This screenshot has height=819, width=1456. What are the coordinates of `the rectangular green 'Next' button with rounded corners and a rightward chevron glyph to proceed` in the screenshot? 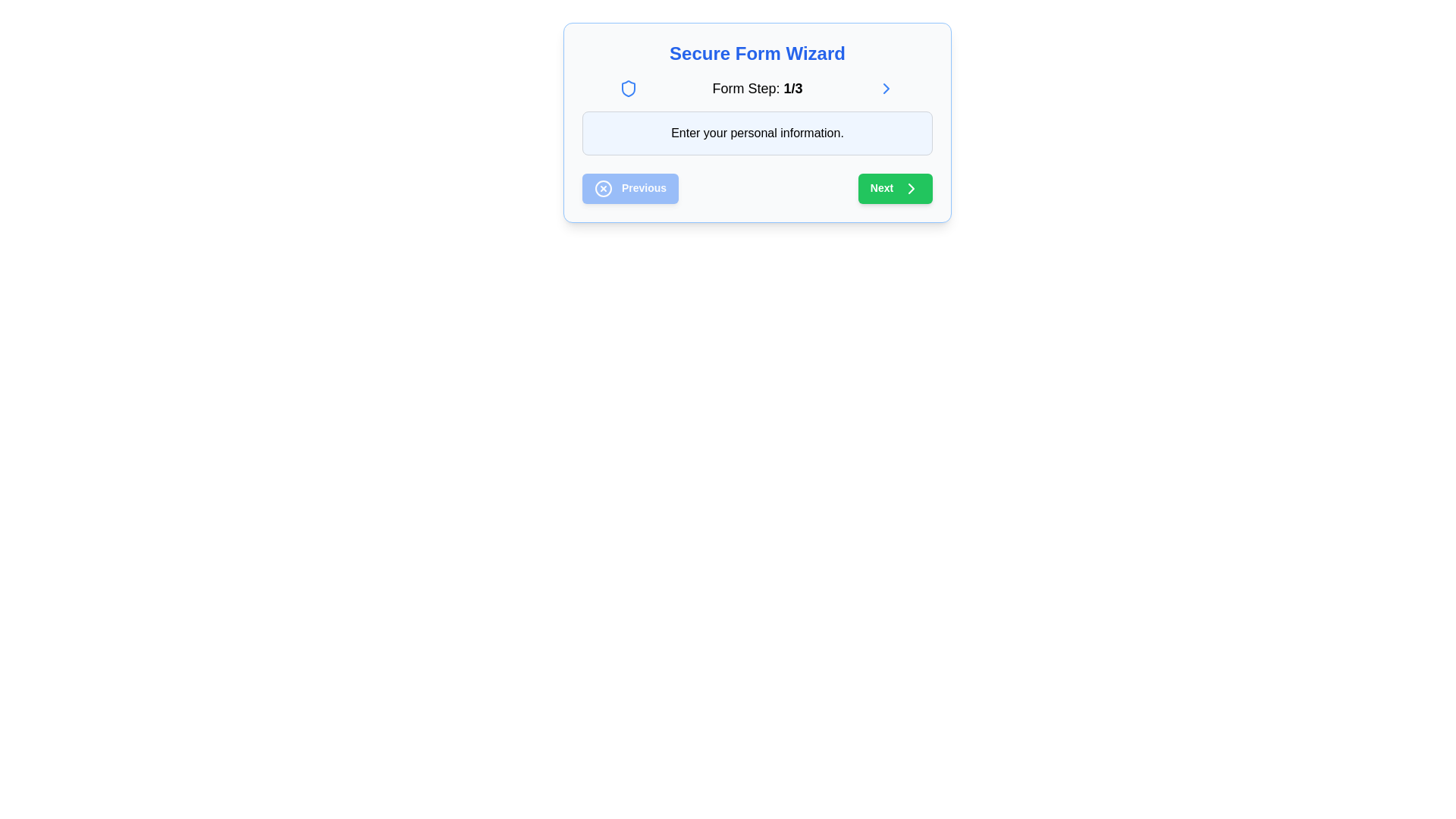 It's located at (895, 188).